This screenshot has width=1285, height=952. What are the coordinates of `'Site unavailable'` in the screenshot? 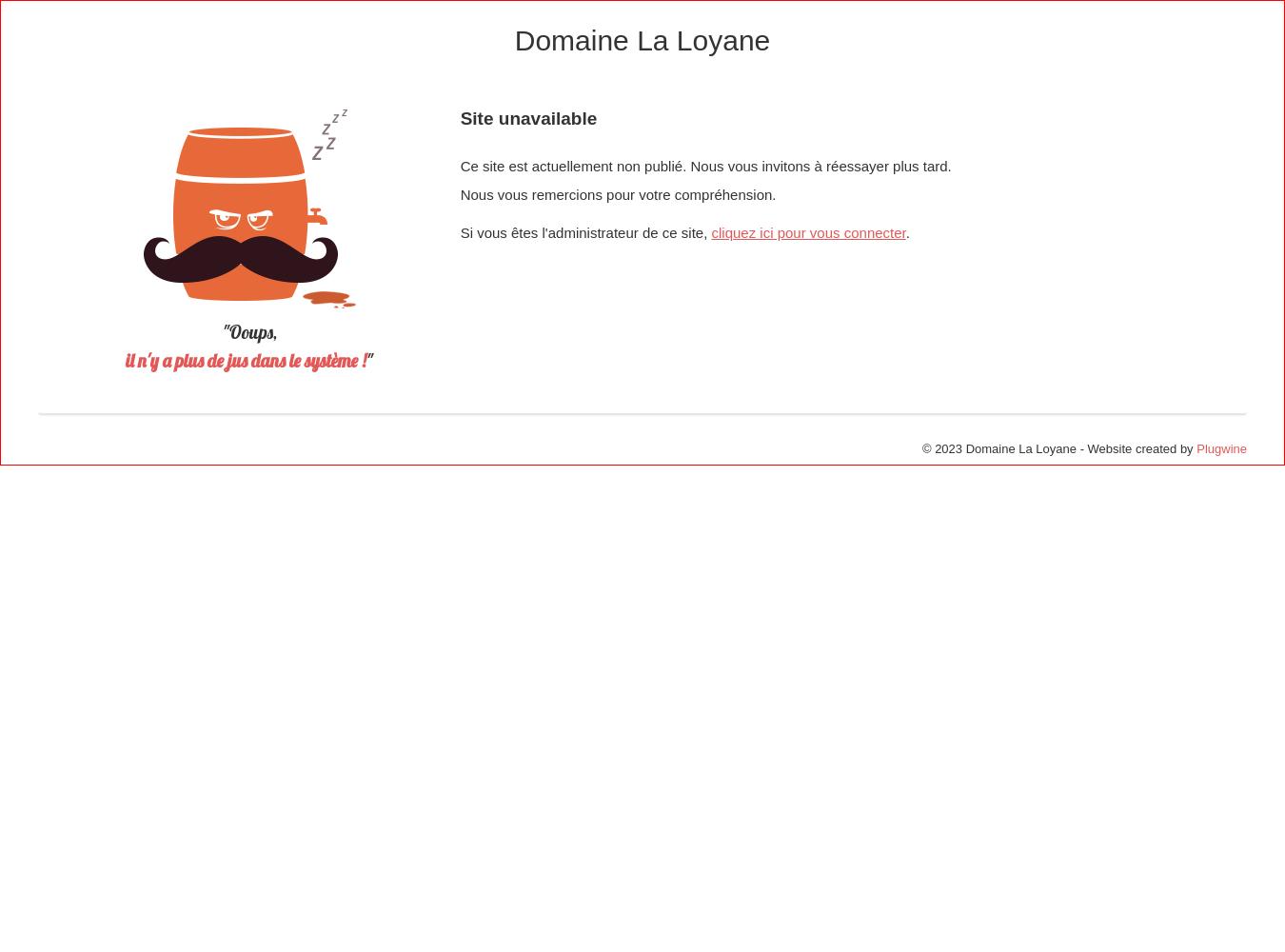 It's located at (526, 117).